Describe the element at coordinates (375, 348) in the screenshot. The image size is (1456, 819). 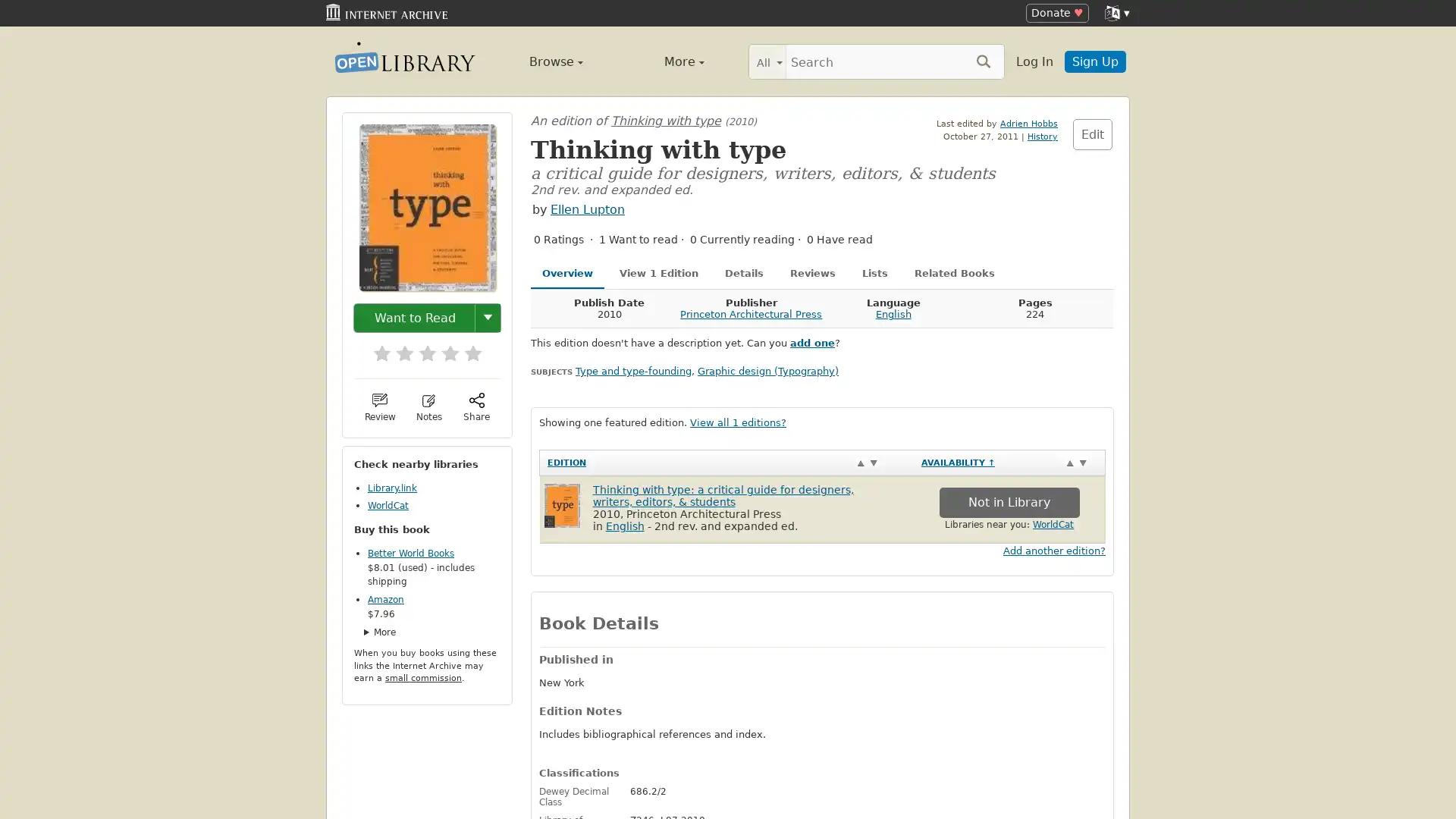
I see `1` at that location.